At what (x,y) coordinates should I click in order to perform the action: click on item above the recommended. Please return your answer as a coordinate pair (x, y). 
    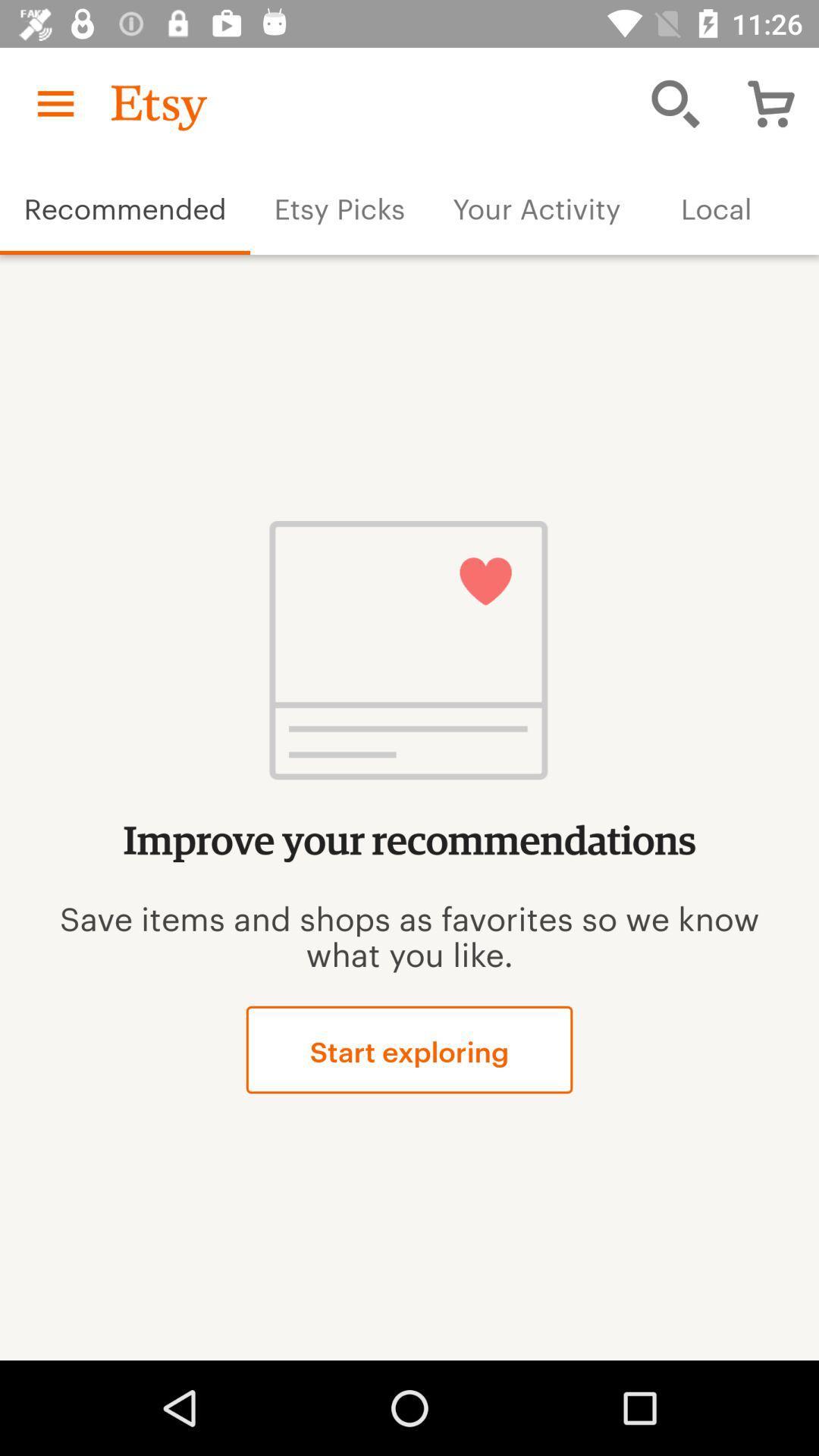
    Looking at the image, I should click on (55, 102).